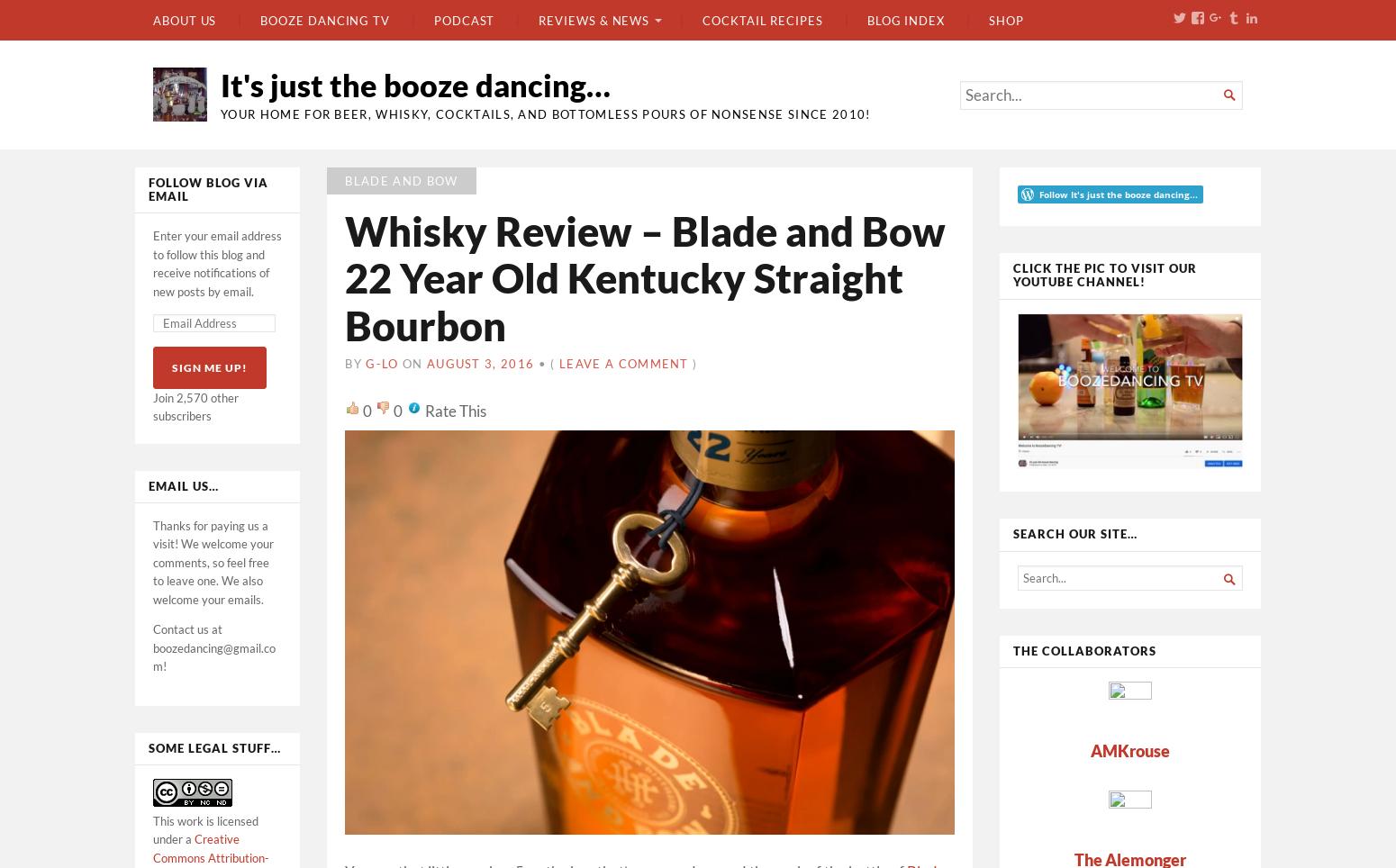  I want to click on 'Podcast', so click(463, 18).